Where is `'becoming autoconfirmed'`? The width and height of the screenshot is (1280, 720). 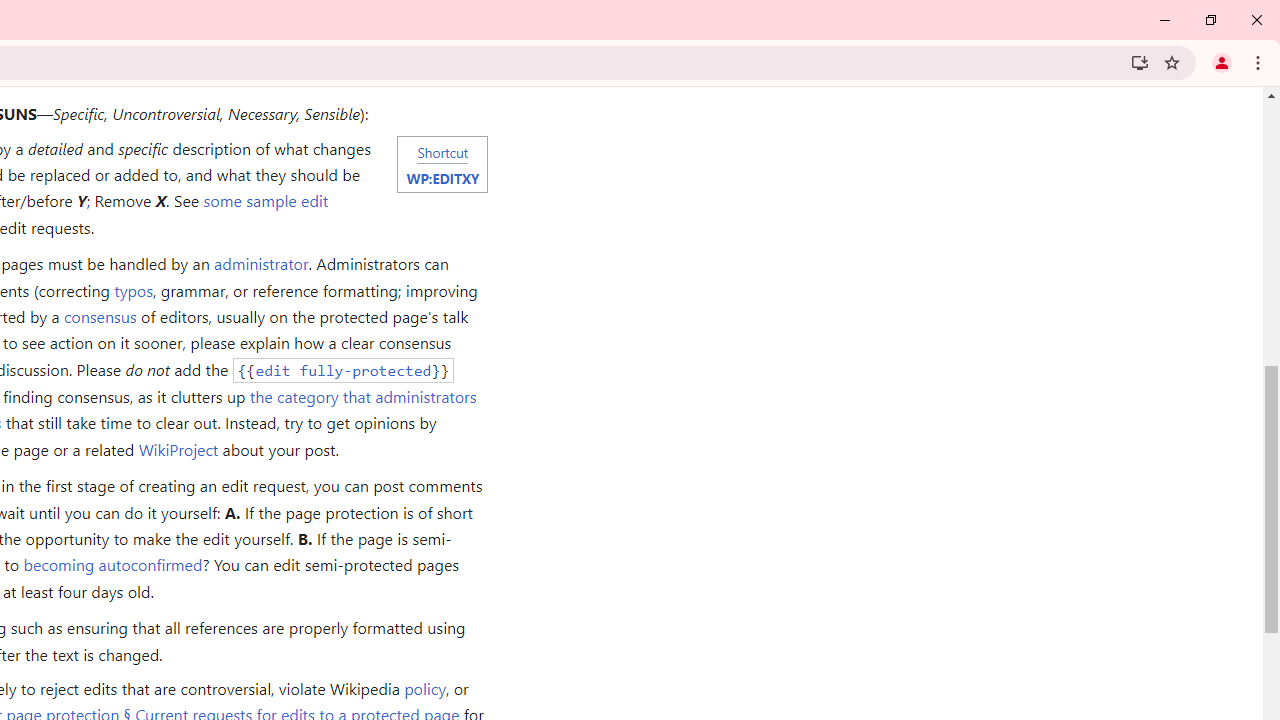 'becoming autoconfirmed' is located at coordinates (112, 564).